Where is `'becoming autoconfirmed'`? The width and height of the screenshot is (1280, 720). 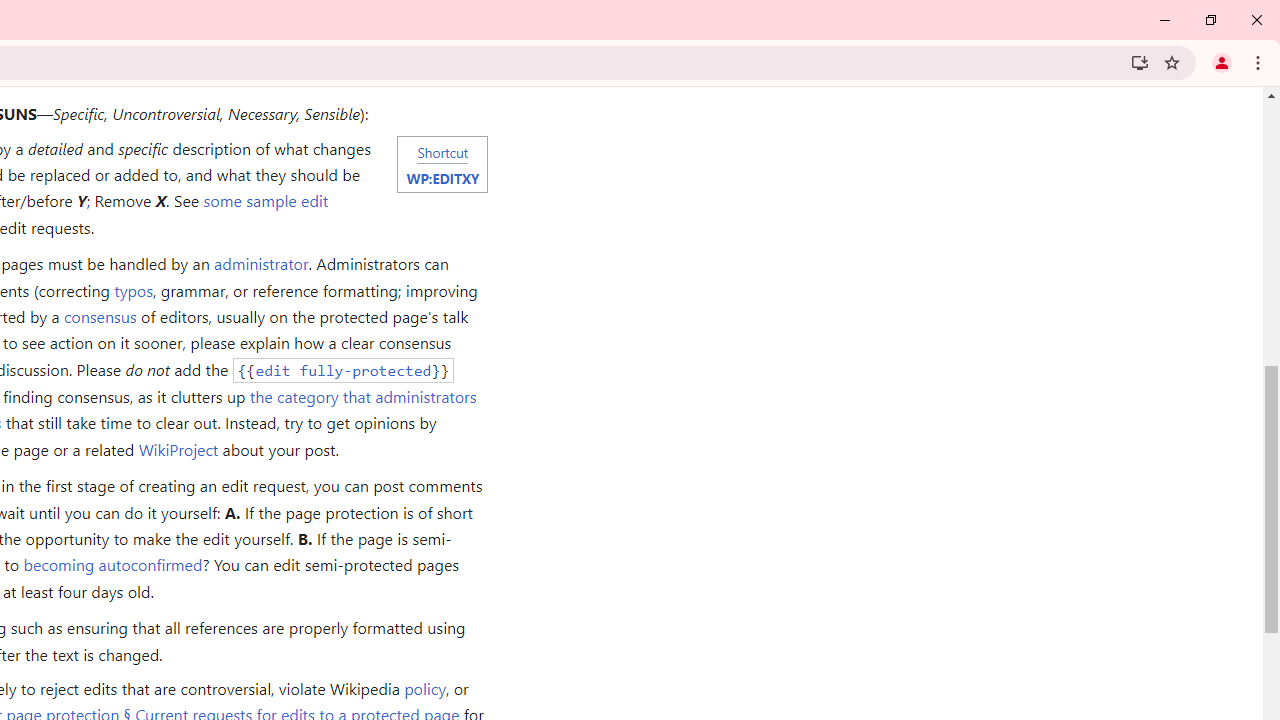 'becoming autoconfirmed' is located at coordinates (112, 564).